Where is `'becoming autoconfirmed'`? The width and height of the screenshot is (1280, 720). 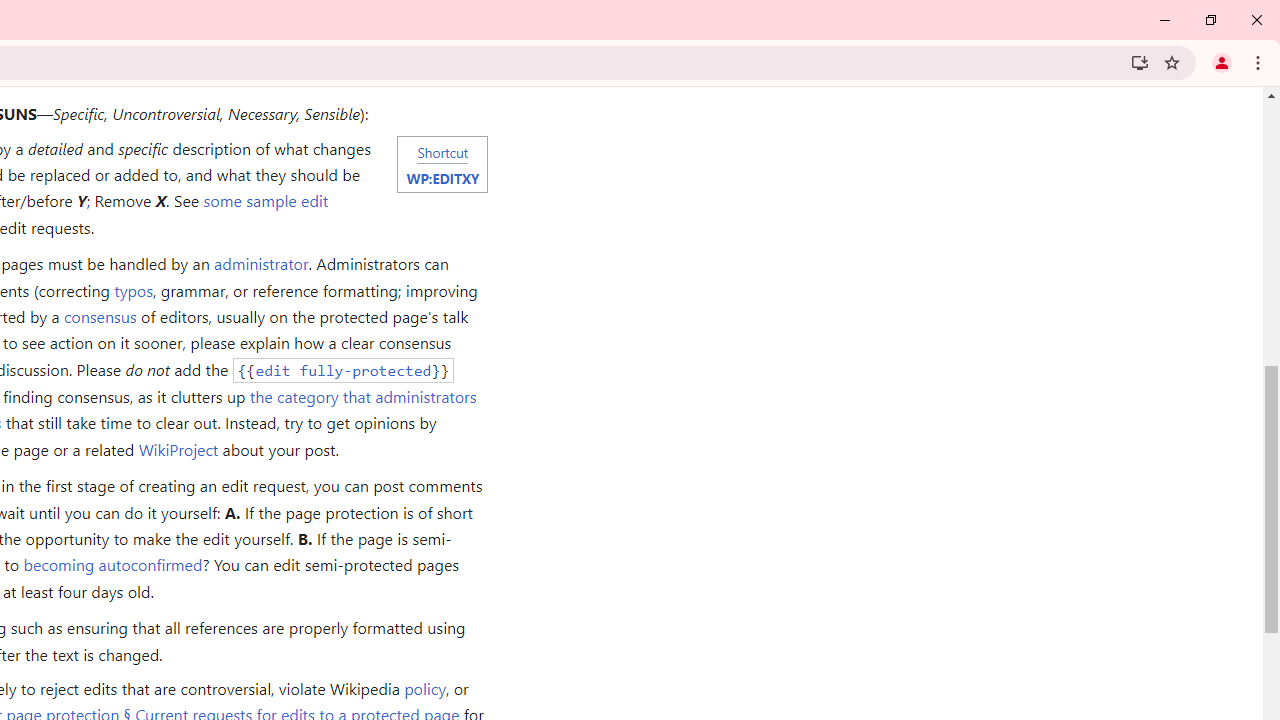 'becoming autoconfirmed' is located at coordinates (112, 564).